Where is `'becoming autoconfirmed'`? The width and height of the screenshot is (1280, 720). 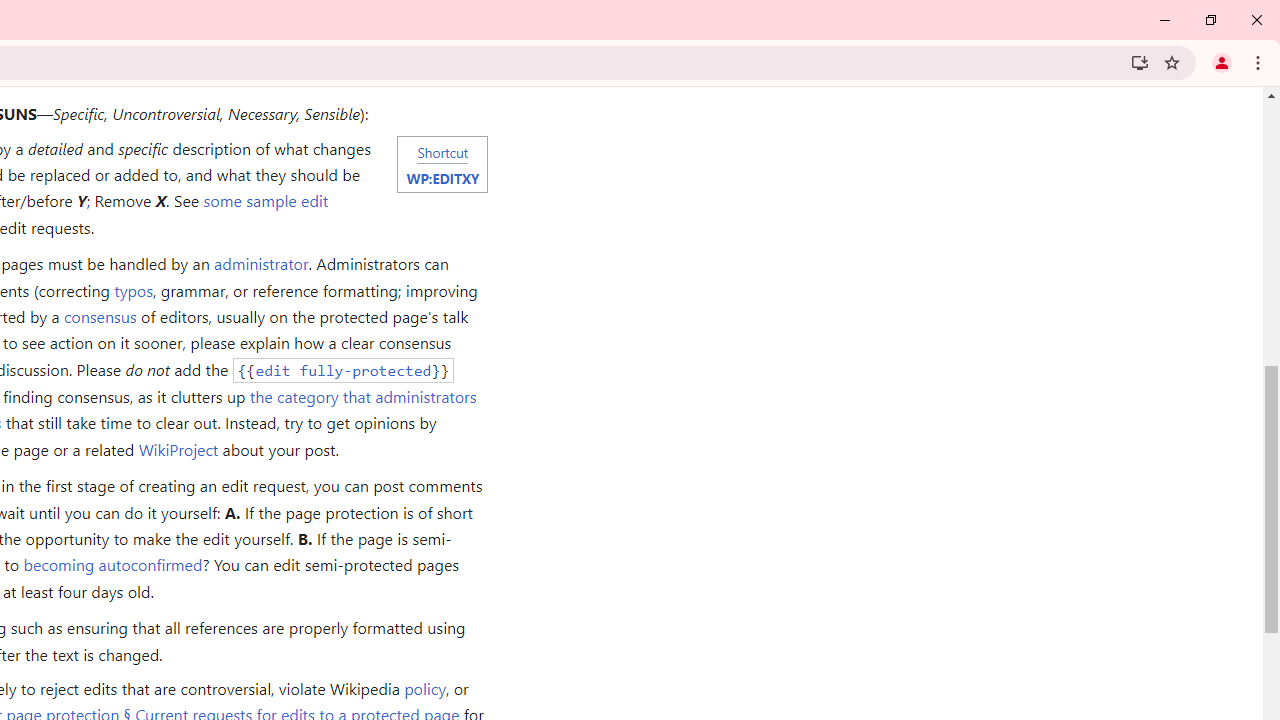 'becoming autoconfirmed' is located at coordinates (112, 564).